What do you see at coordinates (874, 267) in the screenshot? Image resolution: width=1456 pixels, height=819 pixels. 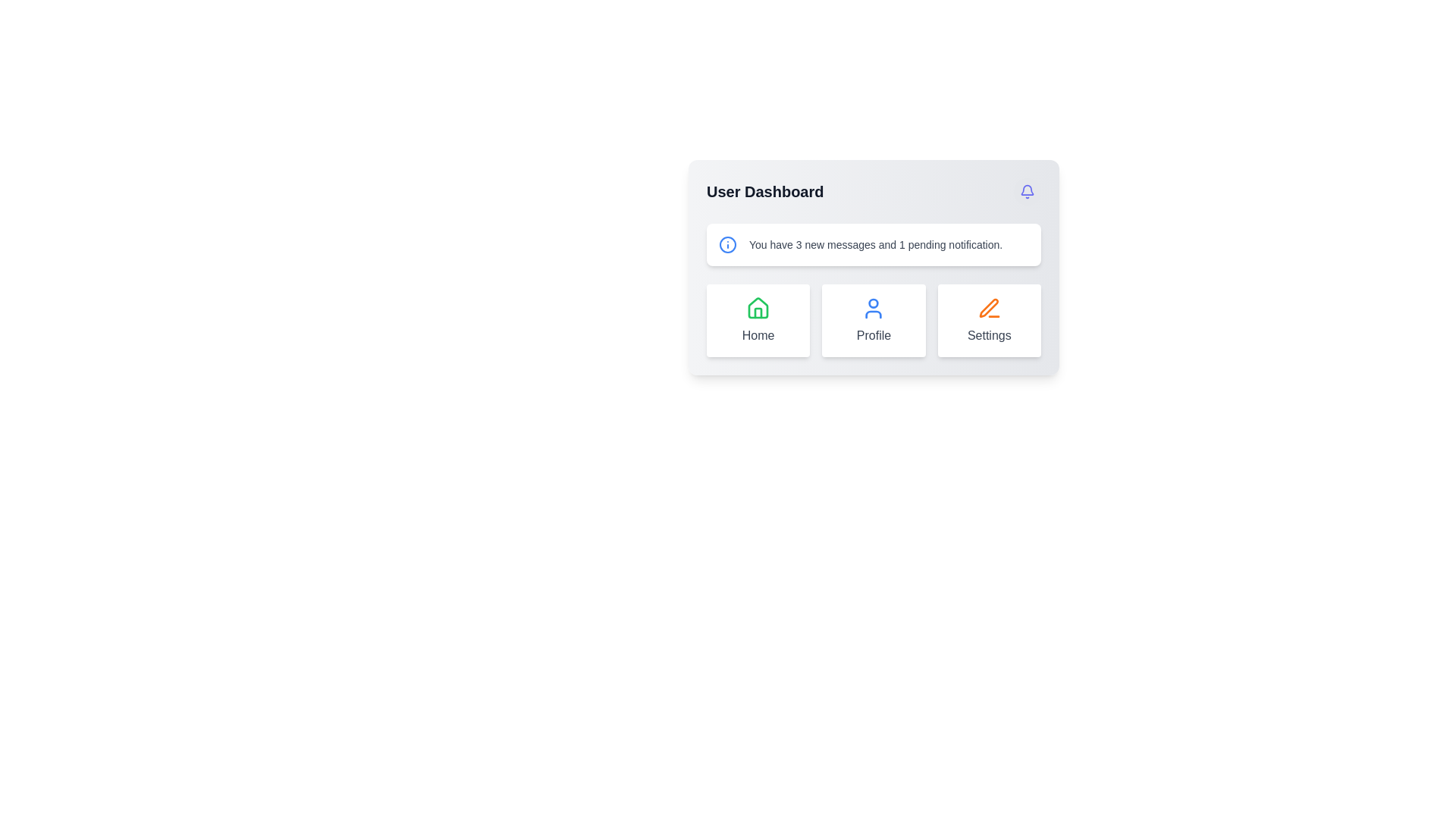 I see `the 'Profile' button located at the bottom of the User Dashboard card interface` at bounding box center [874, 267].